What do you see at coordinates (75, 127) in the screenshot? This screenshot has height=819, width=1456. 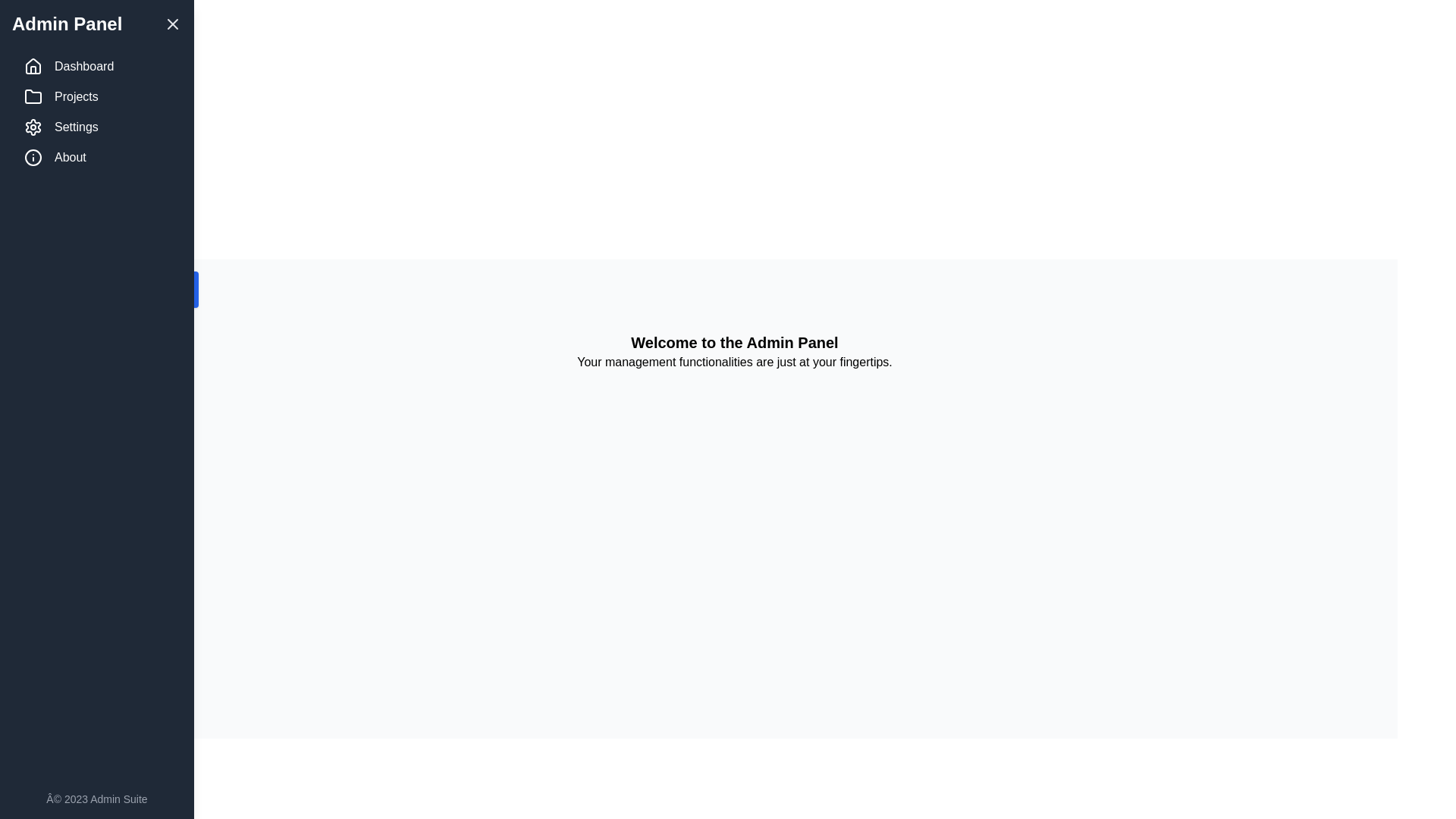 I see `the text content of the Static Text Label for 'Settings' located in the navigation sidebar, positioned as the third item below 'Projects'` at bounding box center [75, 127].